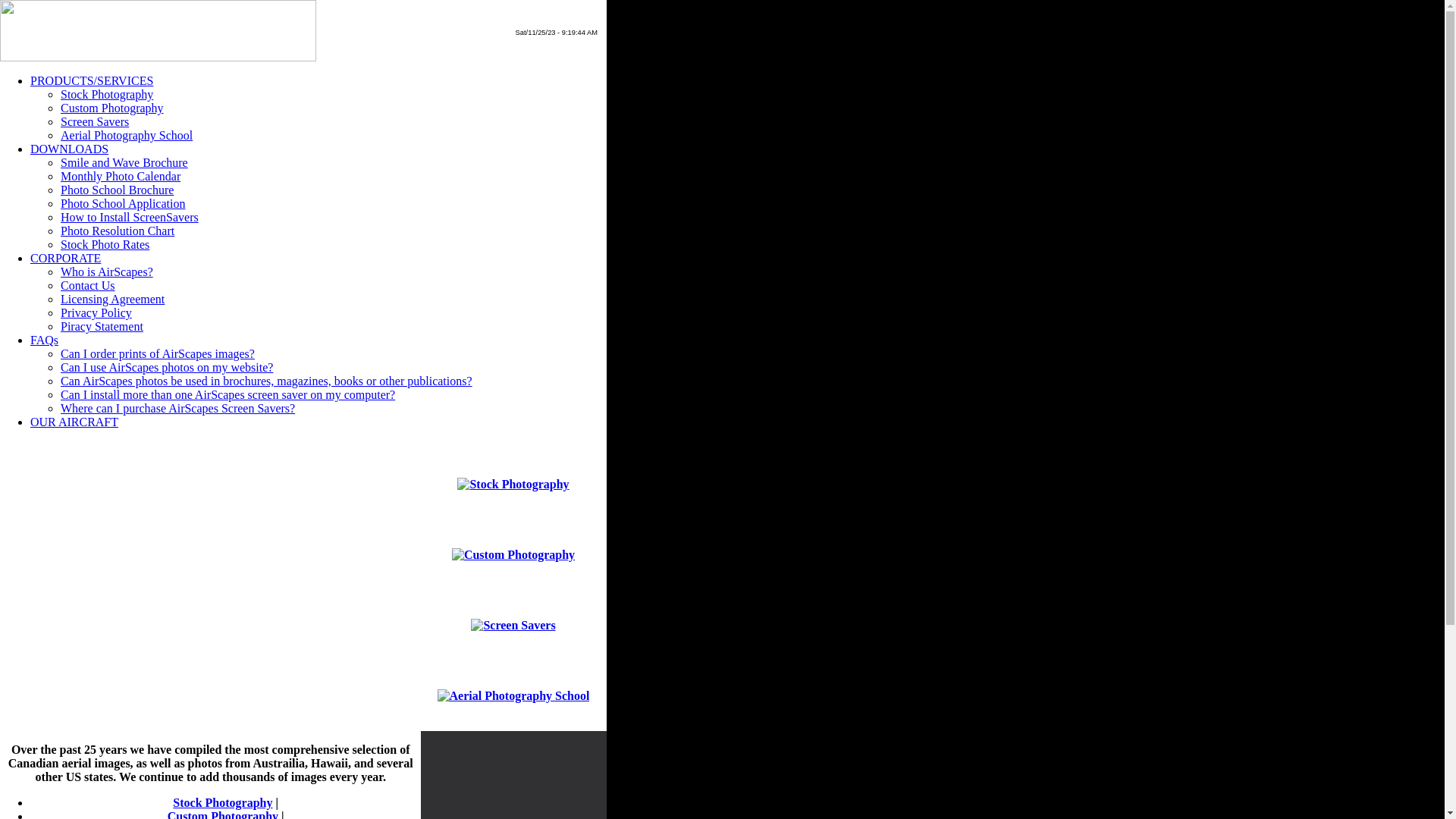 The image size is (1456, 819). Describe the element at coordinates (93, 121) in the screenshot. I see `'Screen Savers'` at that location.